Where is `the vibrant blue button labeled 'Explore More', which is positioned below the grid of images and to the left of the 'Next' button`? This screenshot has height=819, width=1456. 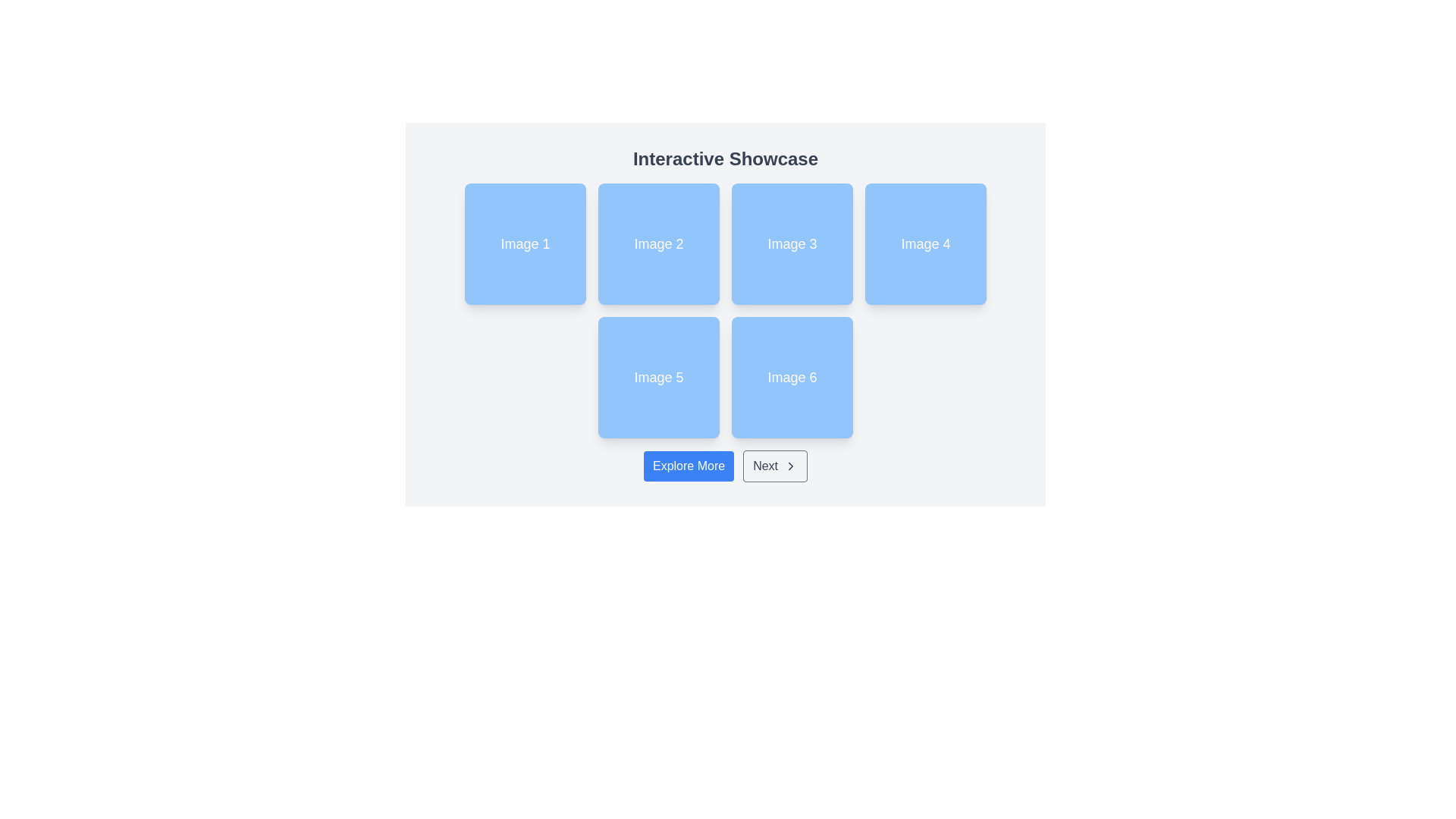
the vibrant blue button labeled 'Explore More', which is positioned below the grid of images and to the left of the 'Next' button is located at coordinates (688, 465).